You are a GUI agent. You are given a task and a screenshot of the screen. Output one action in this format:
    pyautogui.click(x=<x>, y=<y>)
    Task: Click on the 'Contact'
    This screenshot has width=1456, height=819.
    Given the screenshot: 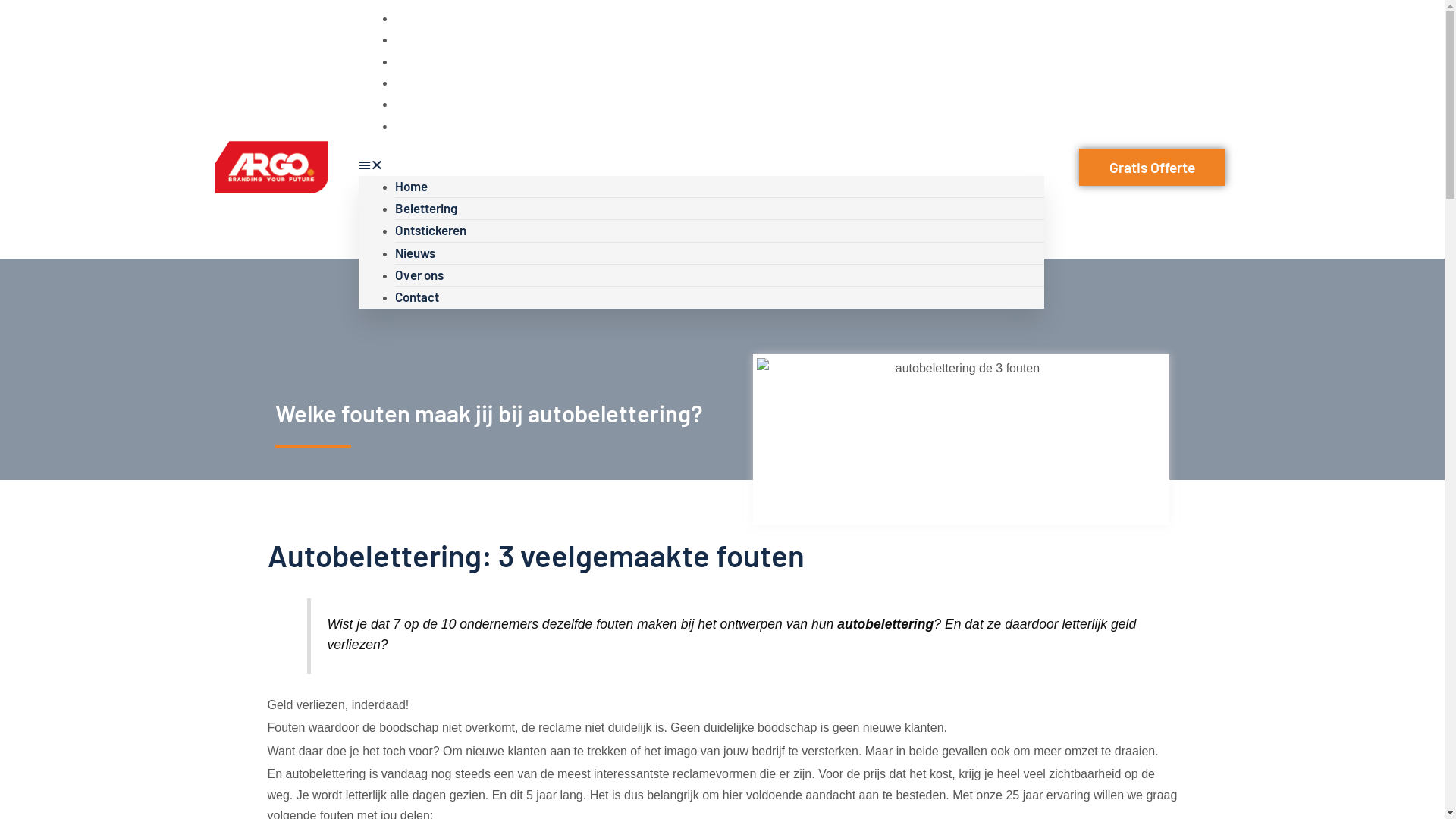 What is the action you would take?
    pyautogui.click(x=416, y=296)
    